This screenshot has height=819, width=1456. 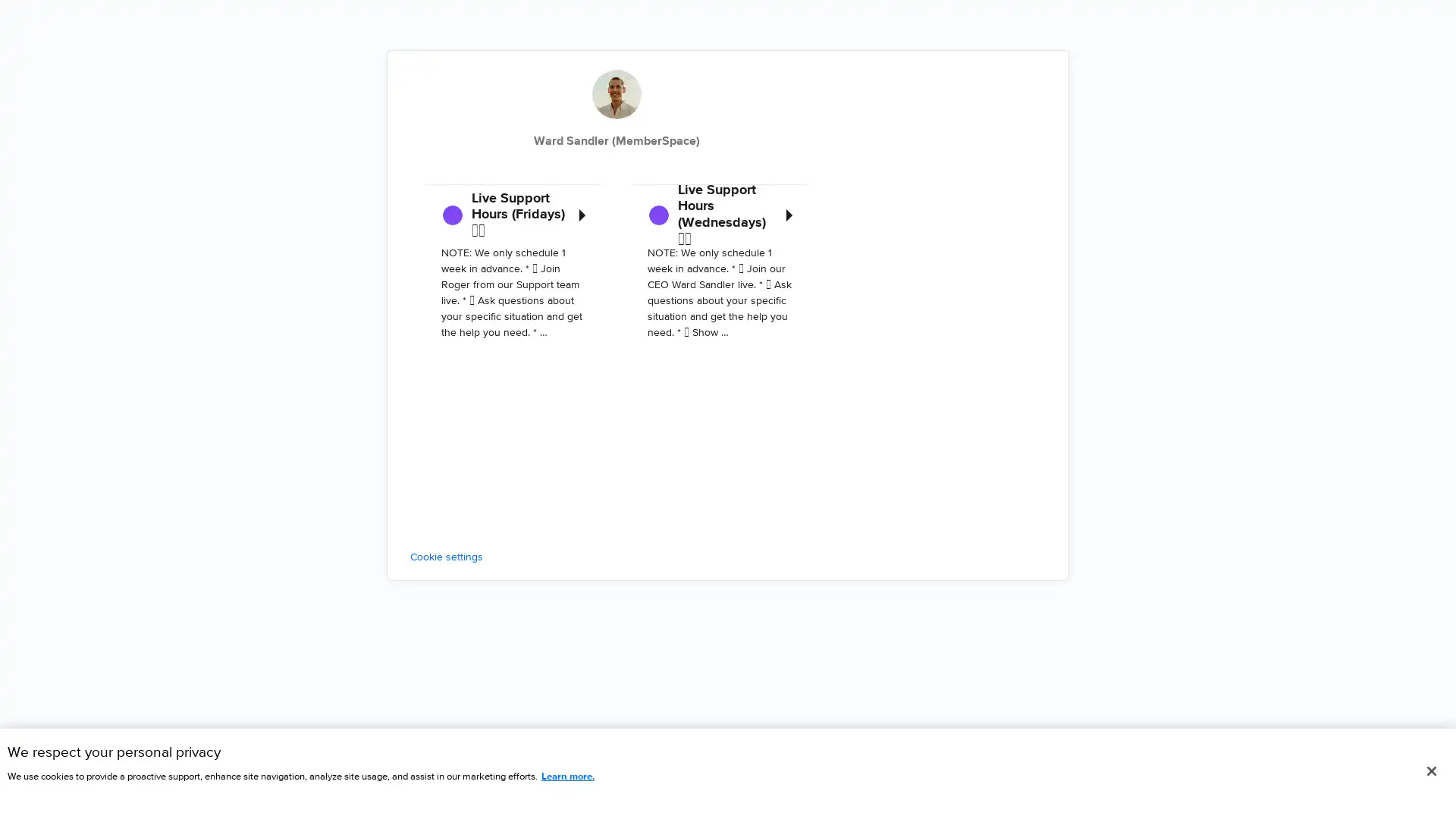 What do you see at coordinates (1430, 771) in the screenshot?
I see `Close` at bounding box center [1430, 771].